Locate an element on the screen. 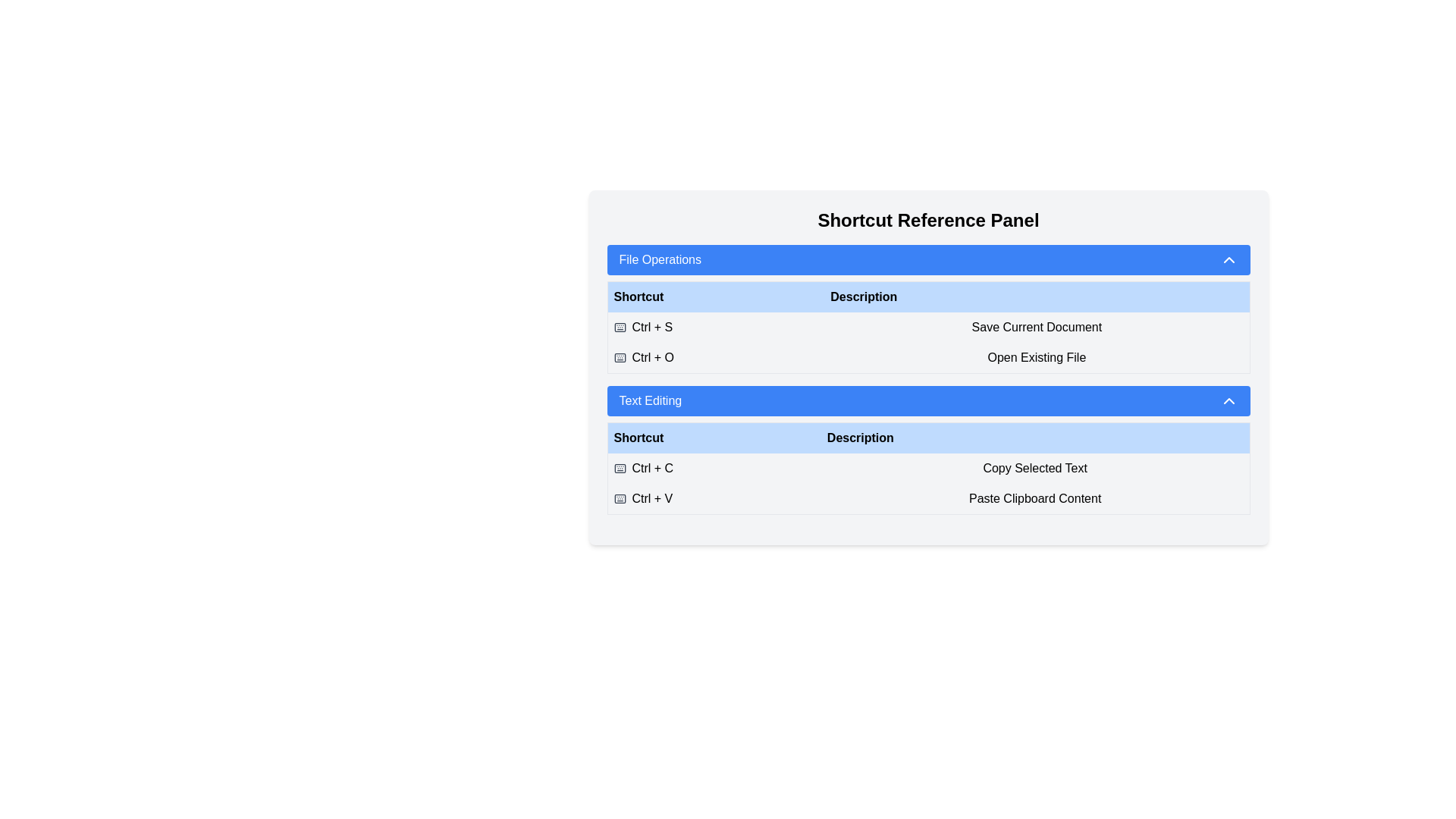 Image resolution: width=1456 pixels, height=819 pixels. the informational panel displaying shortcut keys and their descriptions, which is located under the 'File Operations' header and above the 'Text Editing' header is located at coordinates (927, 309).